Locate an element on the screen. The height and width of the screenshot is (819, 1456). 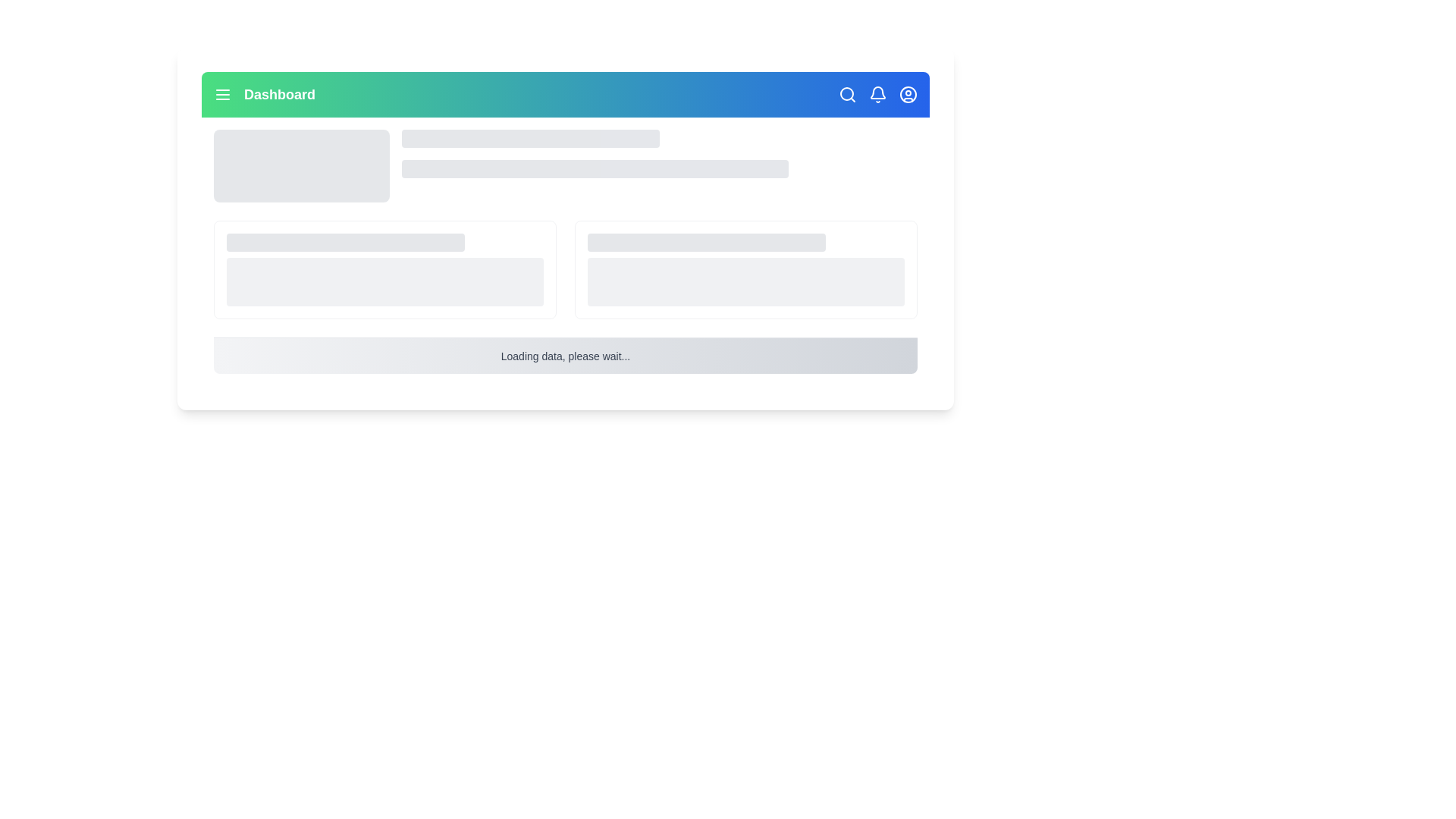
the Placeholder bar located in the upper part of the interface, aligned horizontally with the navigation bar and above a similar but longer bar is located at coordinates (531, 138).